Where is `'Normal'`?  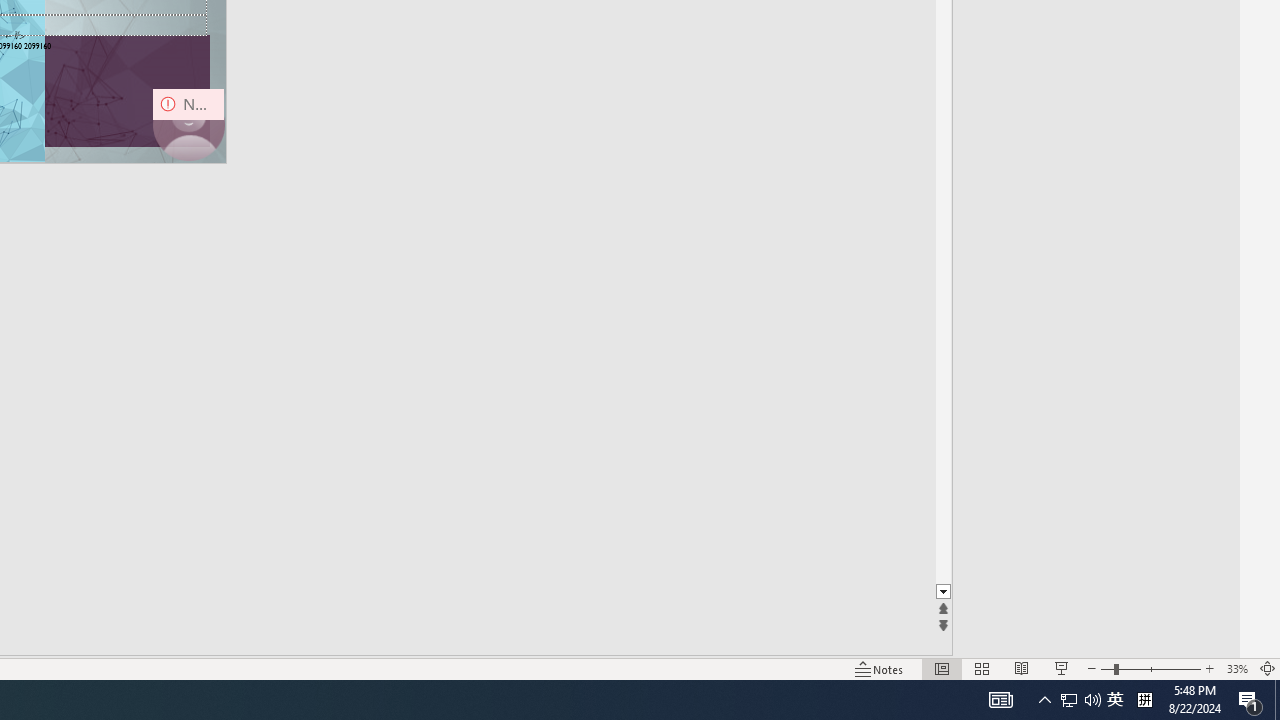
'Normal' is located at coordinates (941, 669).